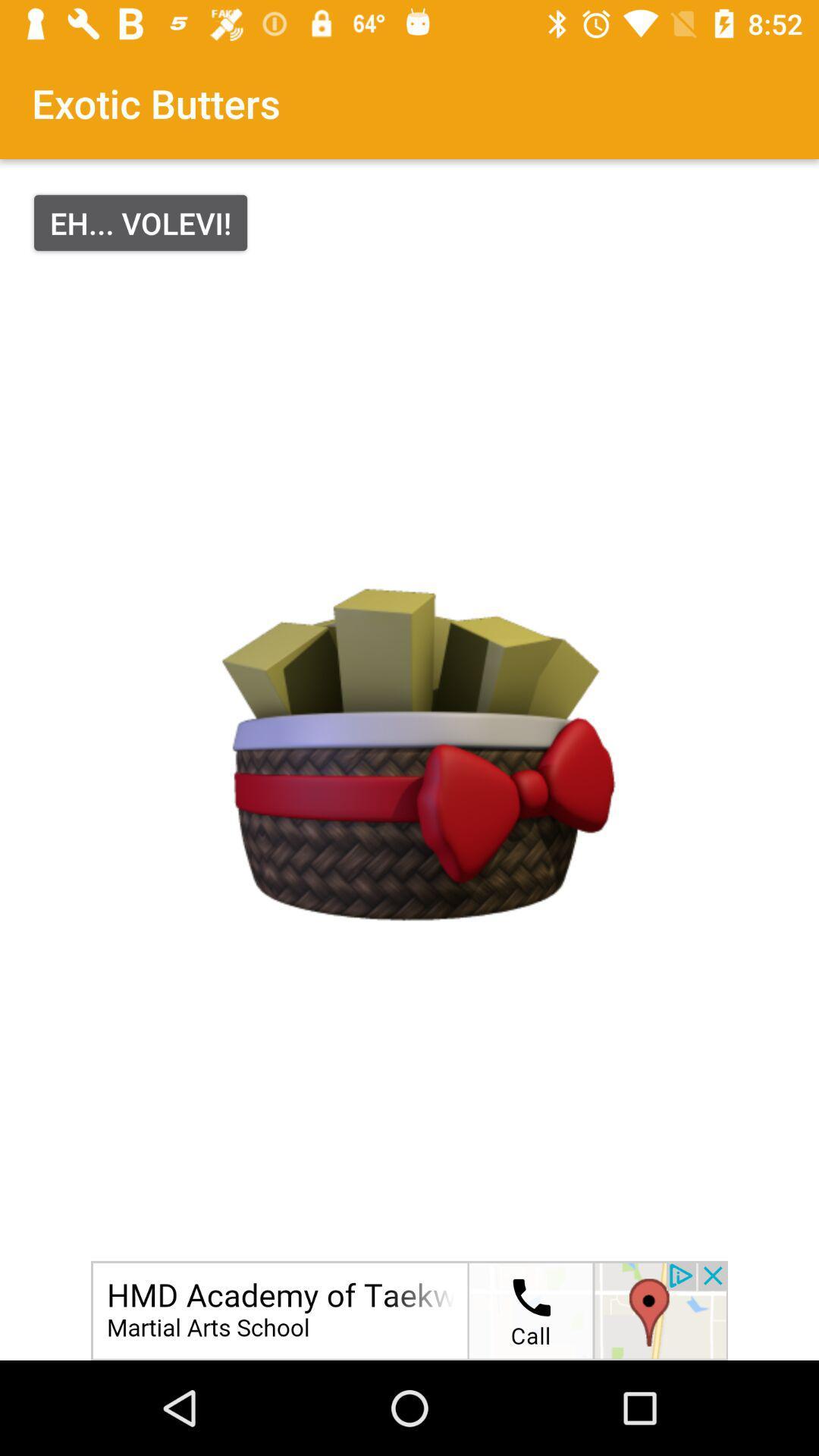 The width and height of the screenshot is (819, 1456). Describe the element at coordinates (409, 1310) in the screenshot. I see `access this service` at that location.